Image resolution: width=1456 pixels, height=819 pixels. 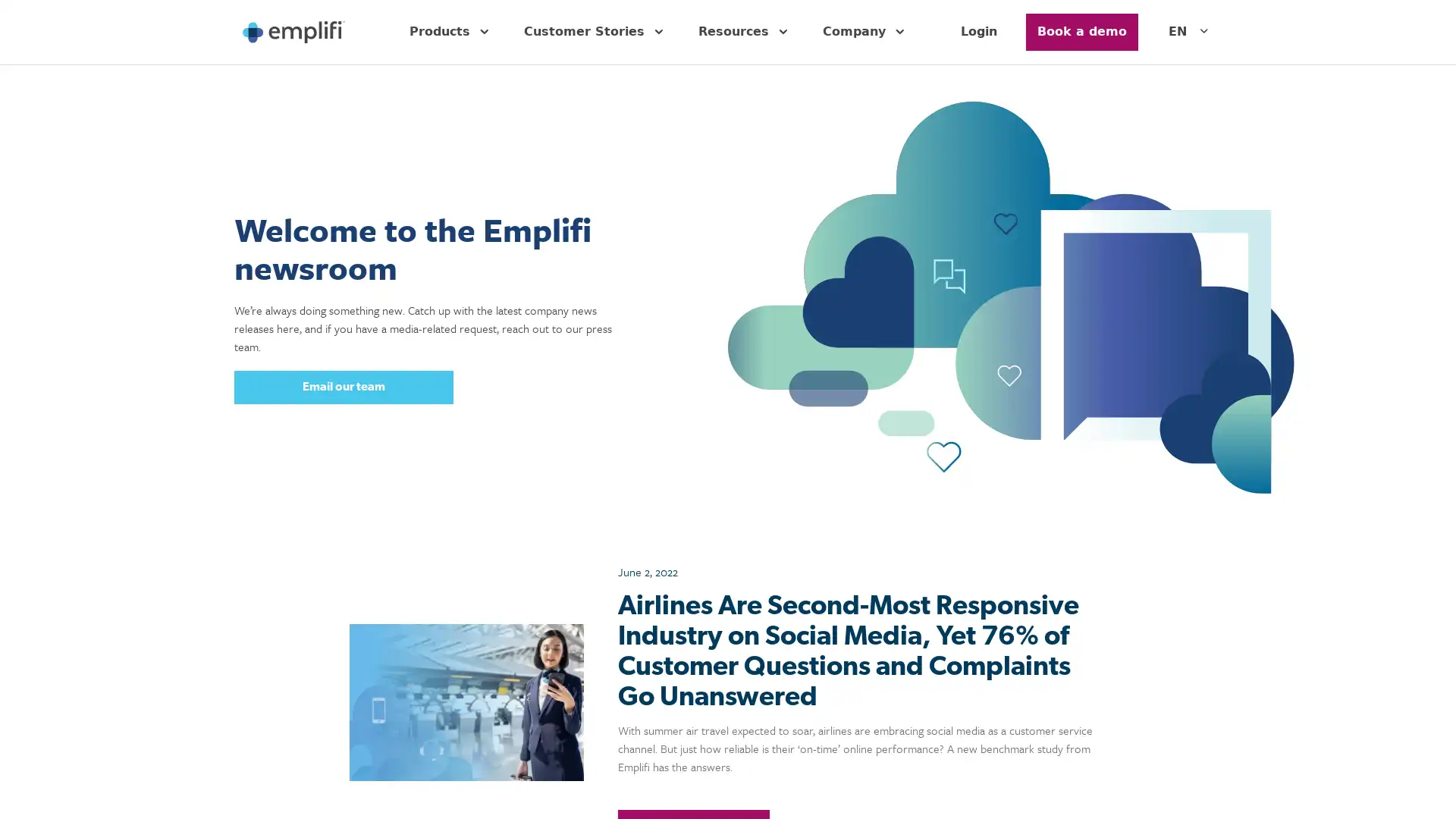 What do you see at coordinates (342, 385) in the screenshot?
I see `Button` at bounding box center [342, 385].